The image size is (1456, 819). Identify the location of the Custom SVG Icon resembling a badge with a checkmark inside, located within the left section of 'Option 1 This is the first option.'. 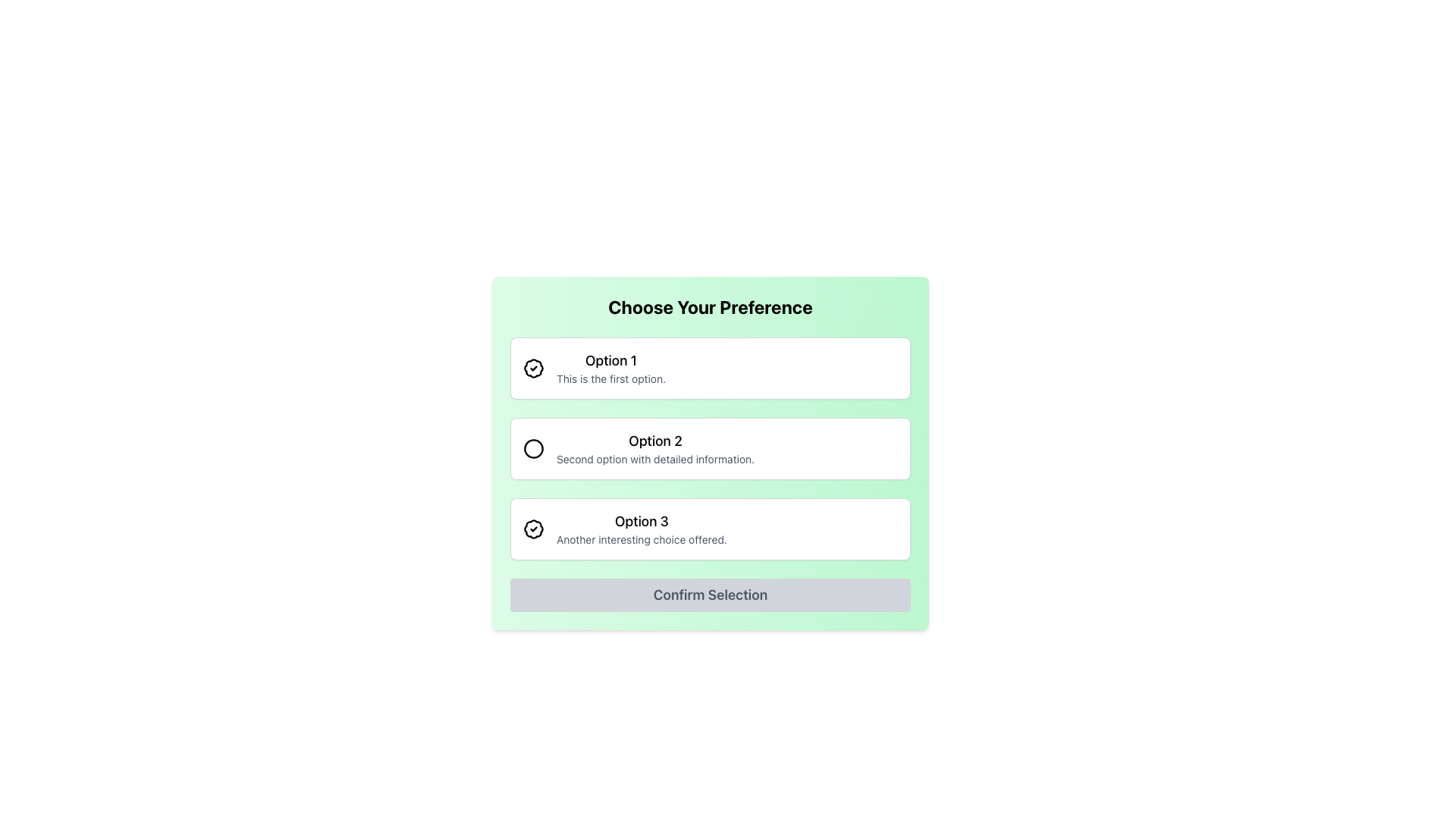
(534, 369).